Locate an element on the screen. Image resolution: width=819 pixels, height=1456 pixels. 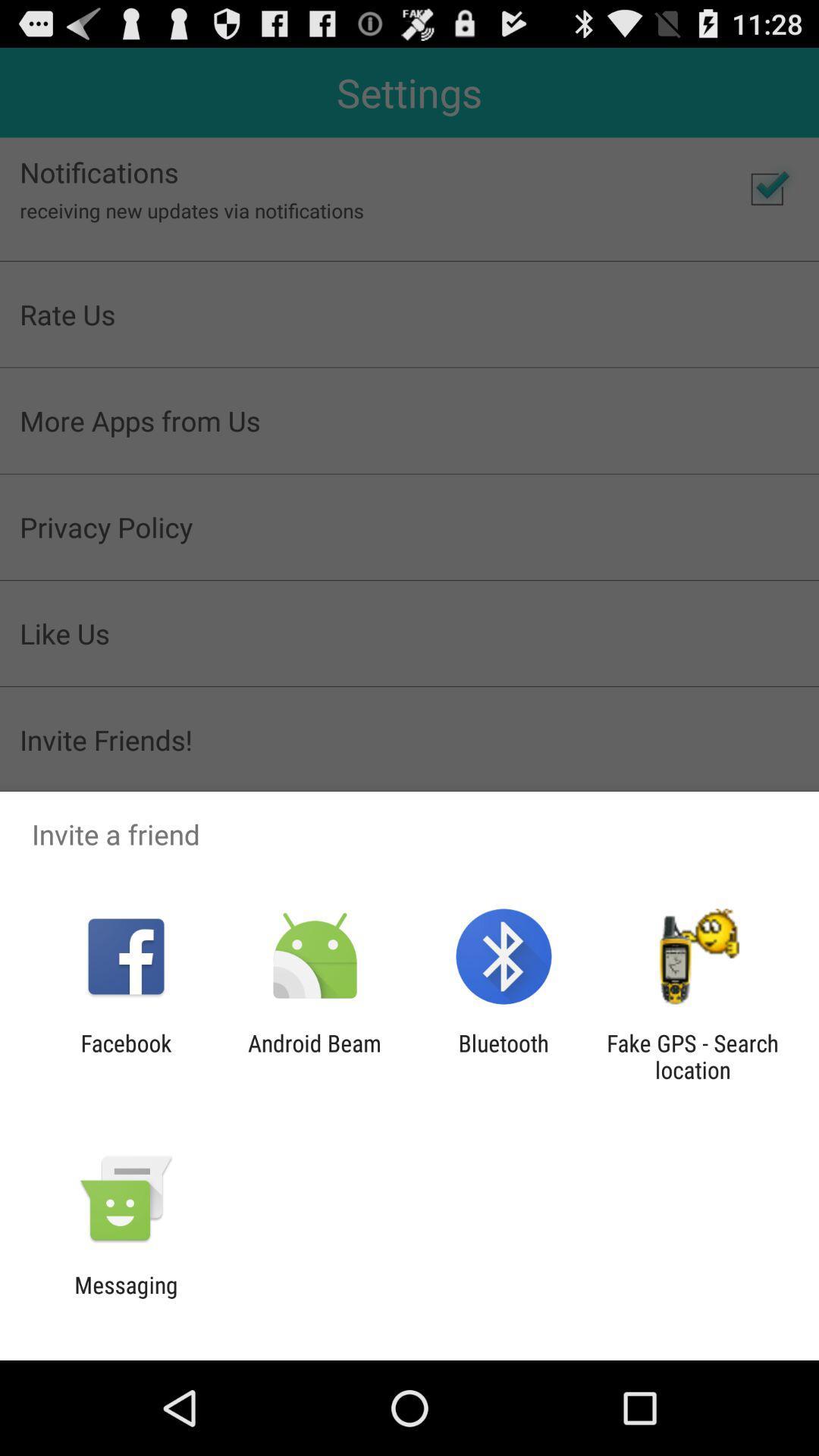
the app to the right of the android beam is located at coordinates (504, 1056).